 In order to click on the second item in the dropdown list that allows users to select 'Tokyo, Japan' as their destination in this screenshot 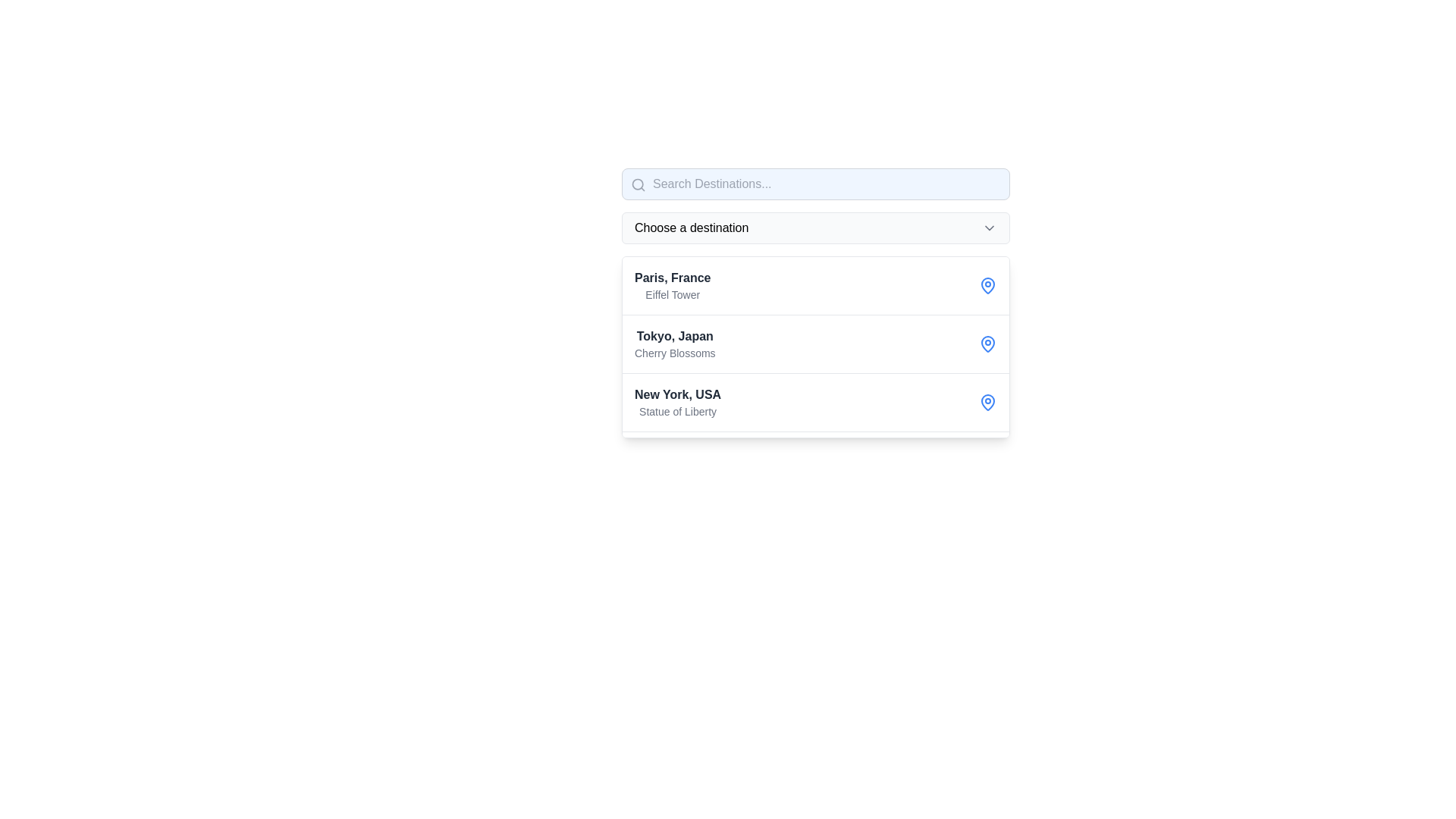, I will do `click(814, 344)`.